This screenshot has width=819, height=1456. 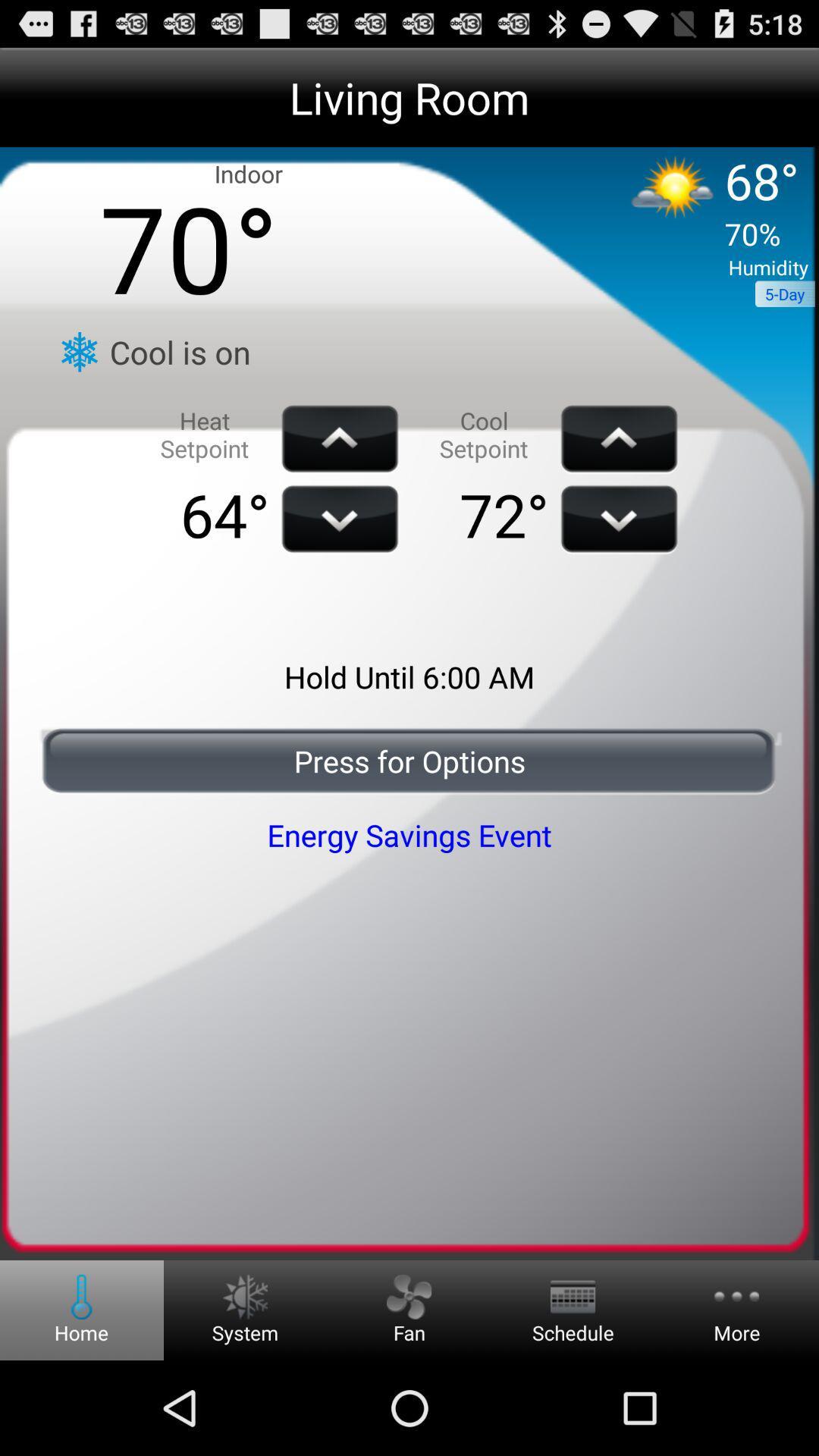 I want to click on the button next to the heat setpoint, so click(x=338, y=438).